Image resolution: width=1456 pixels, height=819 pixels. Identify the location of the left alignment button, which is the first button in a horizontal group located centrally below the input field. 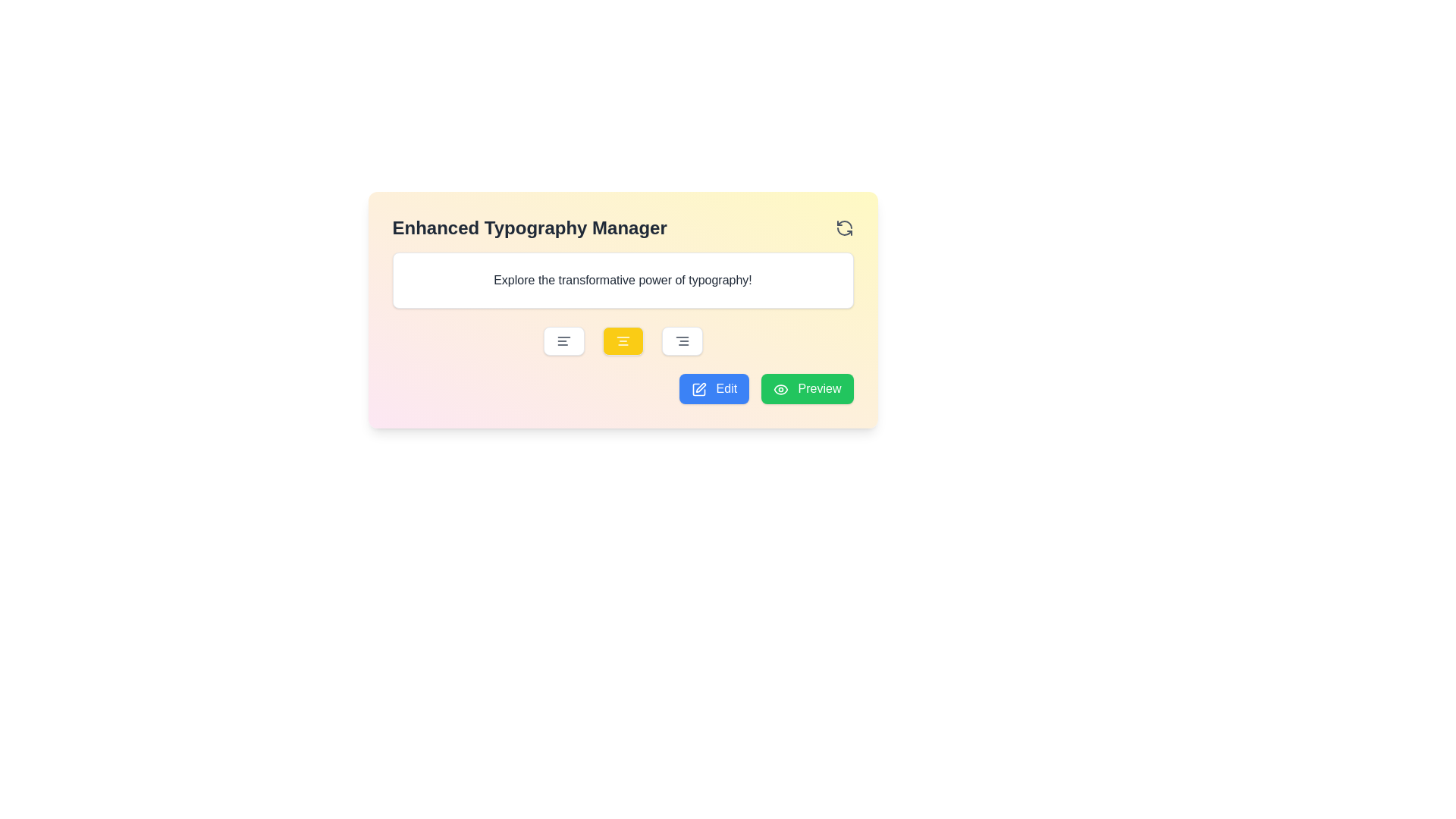
(563, 341).